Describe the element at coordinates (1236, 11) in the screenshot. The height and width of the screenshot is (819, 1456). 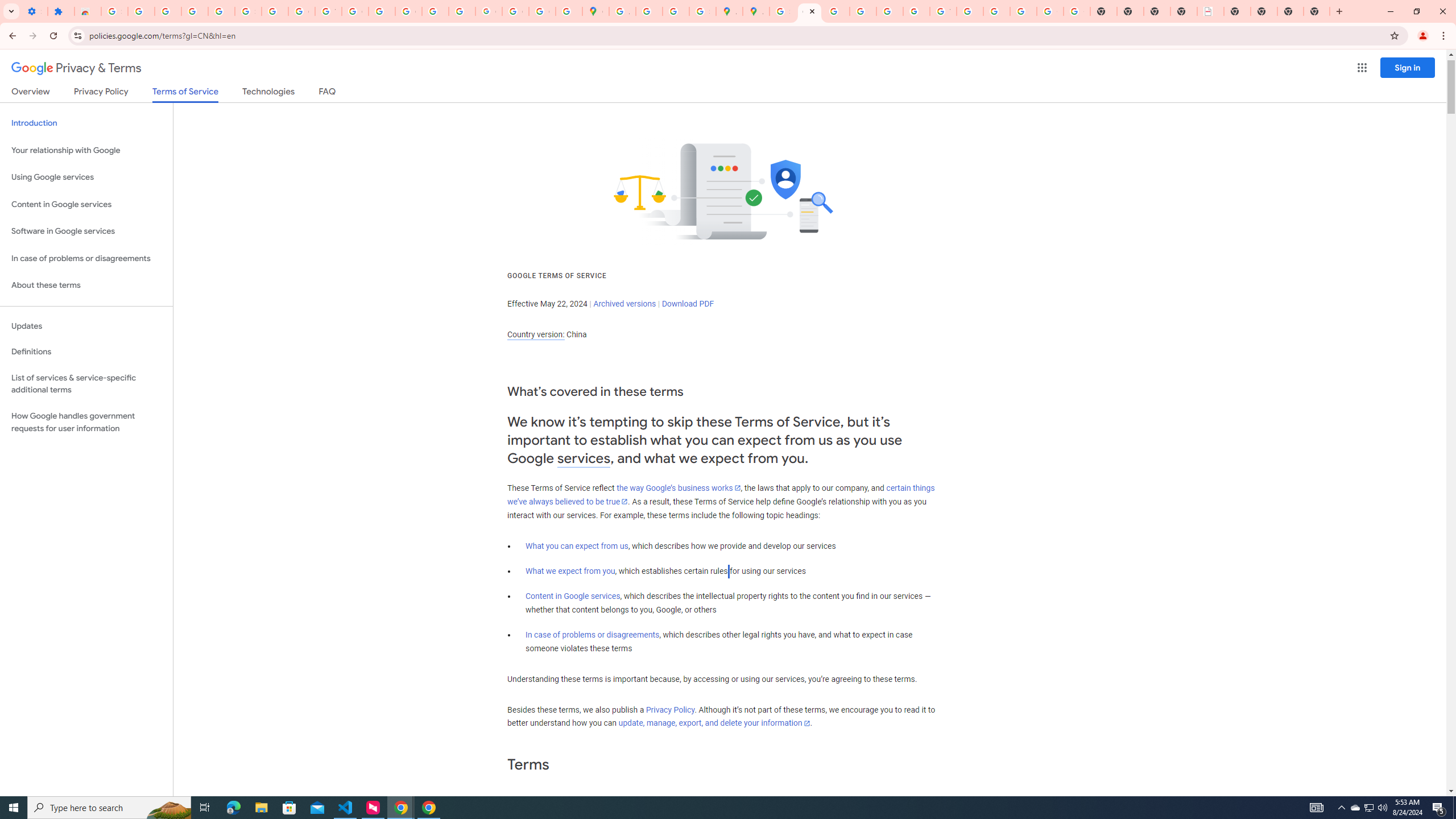
I see `'New Tab'` at that location.